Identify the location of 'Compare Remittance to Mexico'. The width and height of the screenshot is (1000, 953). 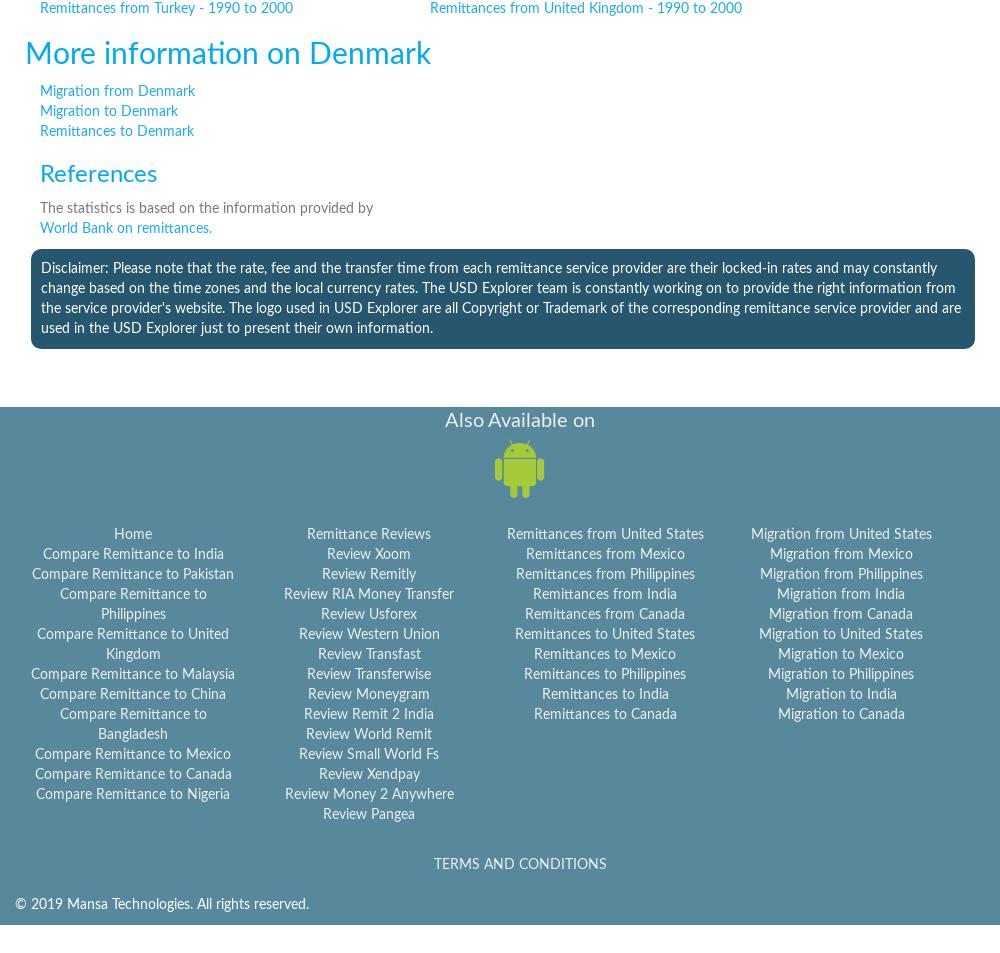
(133, 754).